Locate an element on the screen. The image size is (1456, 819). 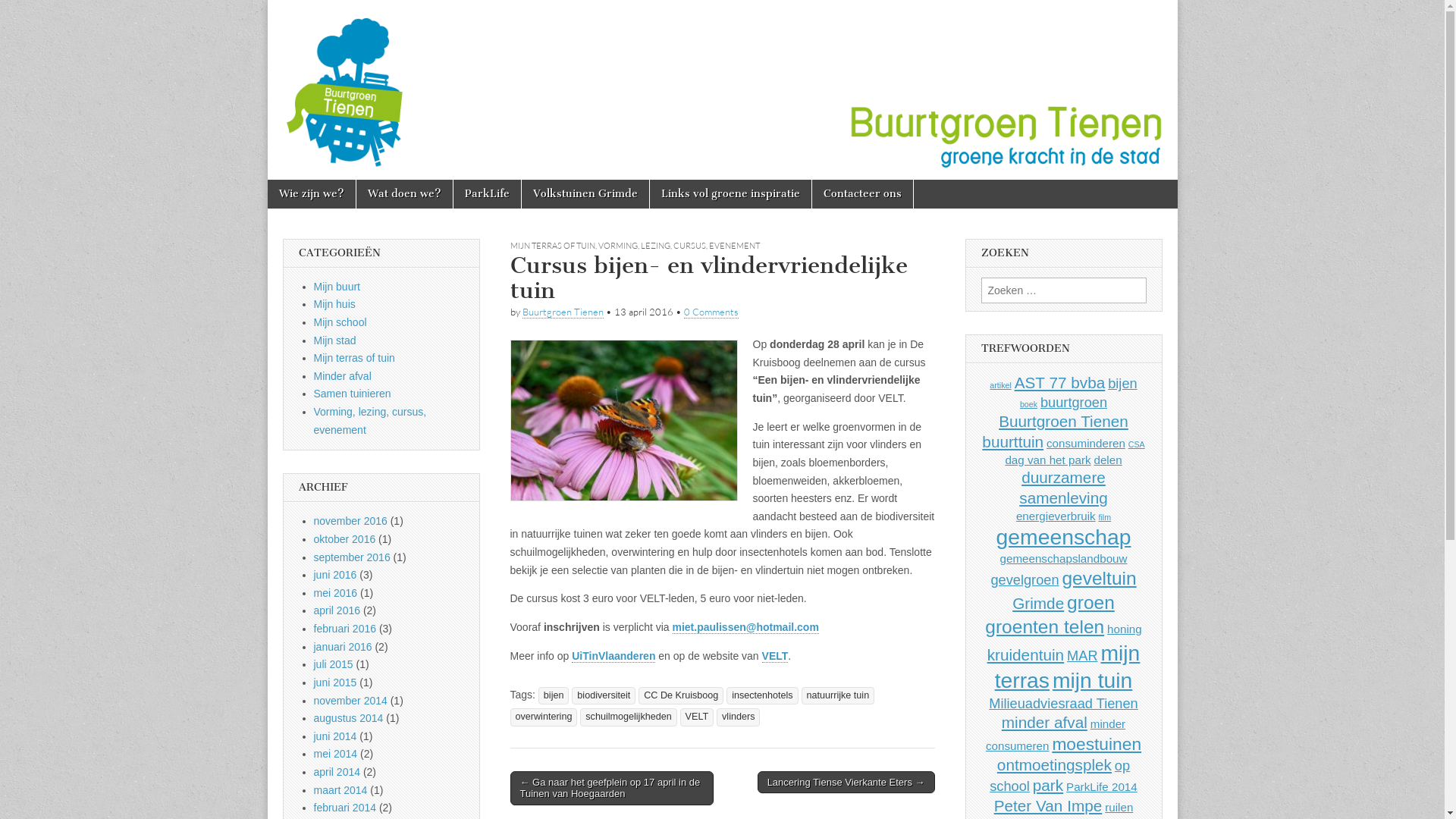
'Wat doen we?' is located at coordinates (404, 193).